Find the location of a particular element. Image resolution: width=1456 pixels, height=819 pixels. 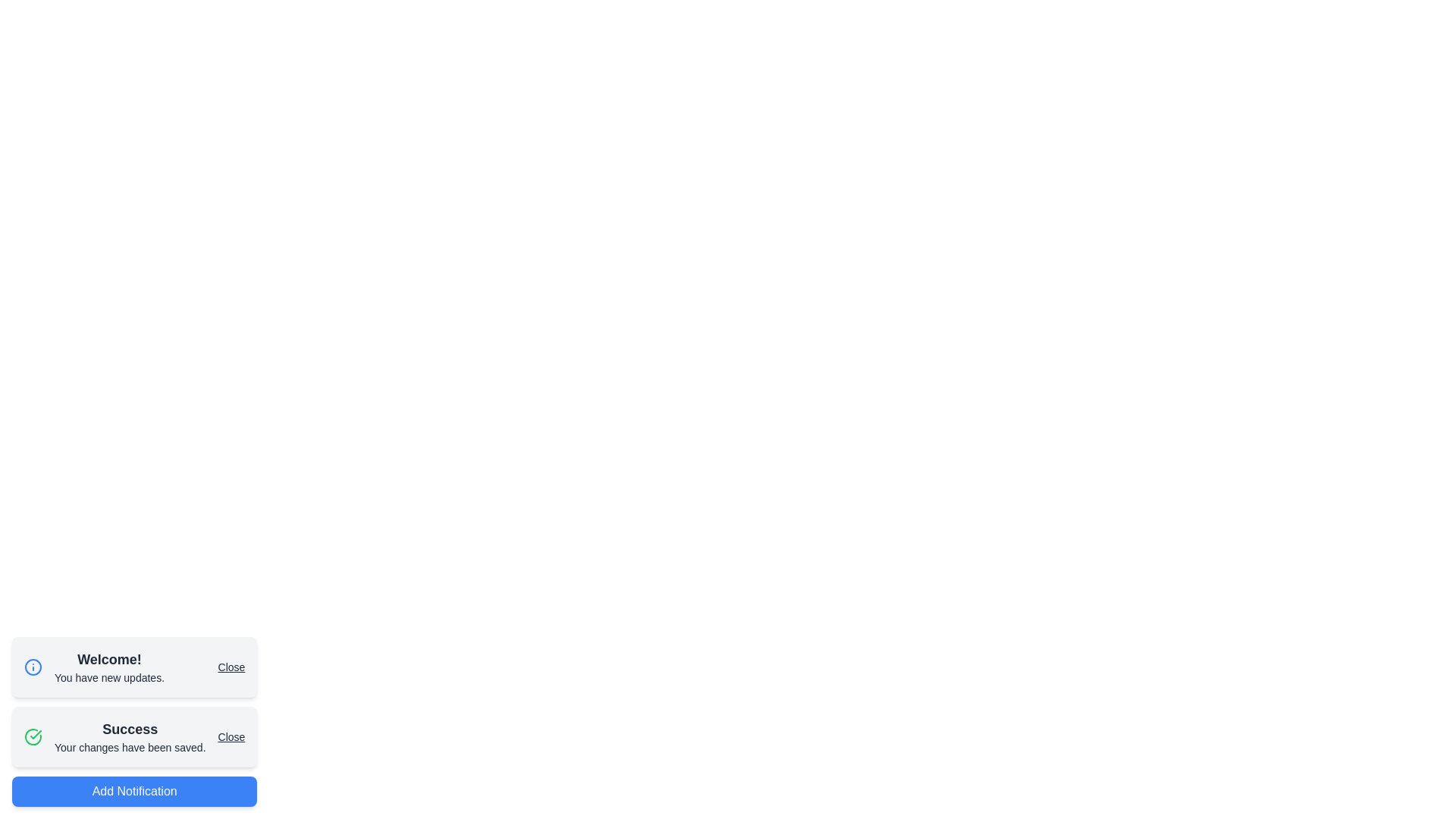

the text element that says 'Welcome!' located in the notification box, which is the first notification in a vertically stacked list is located at coordinates (108, 666).